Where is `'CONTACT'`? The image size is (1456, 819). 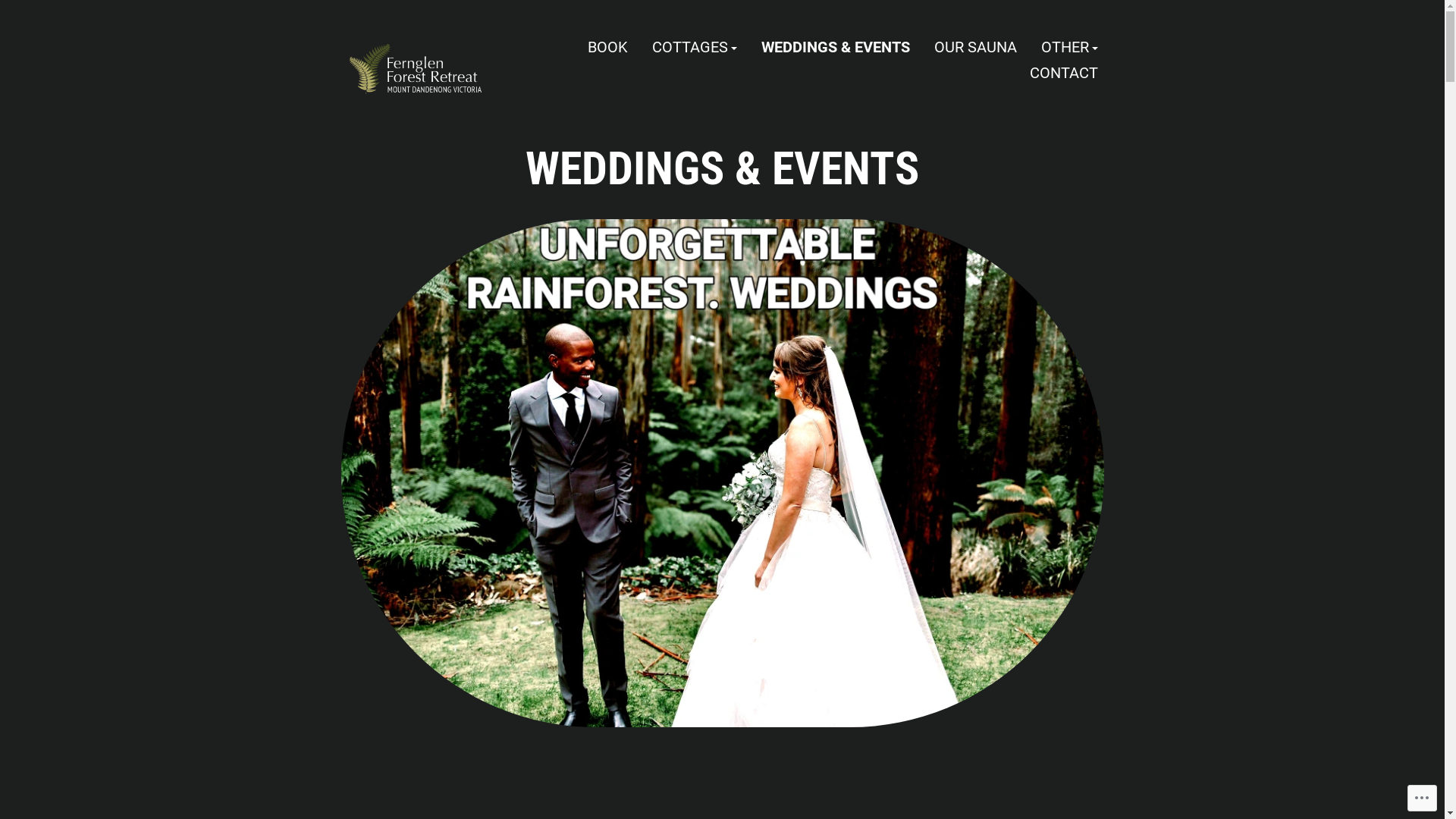 'CONTACT' is located at coordinates (1062, 72).